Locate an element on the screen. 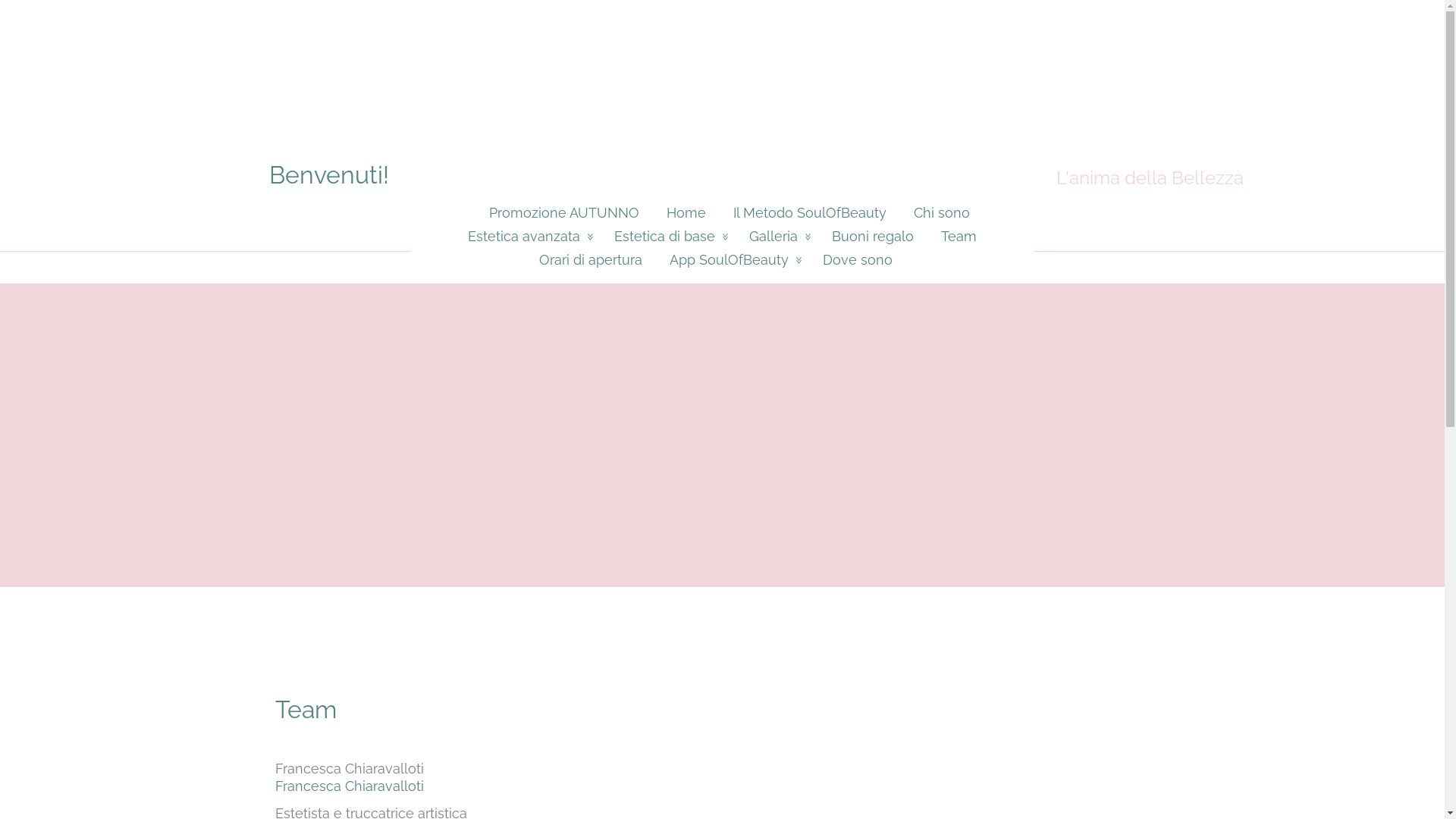  'Team' is located at coordinates (927, 236).